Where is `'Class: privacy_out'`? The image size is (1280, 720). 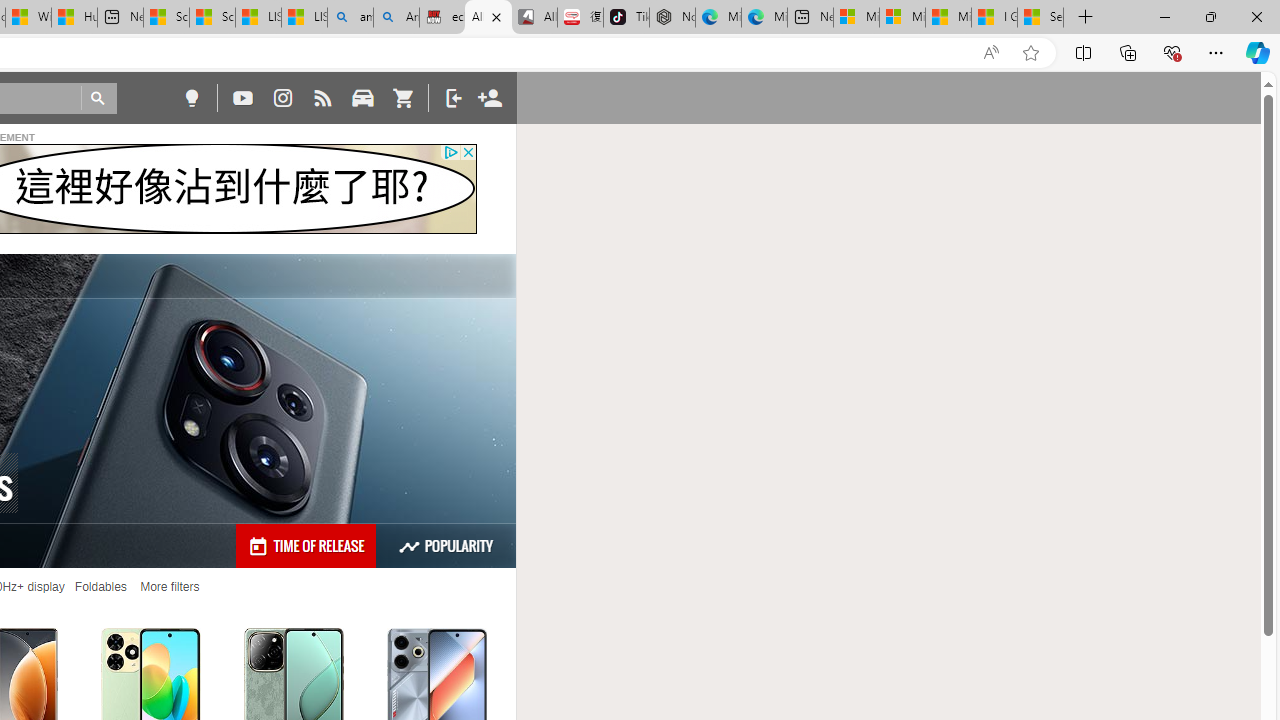
'Class: privacy_out' is located at coordinates (449, 151).